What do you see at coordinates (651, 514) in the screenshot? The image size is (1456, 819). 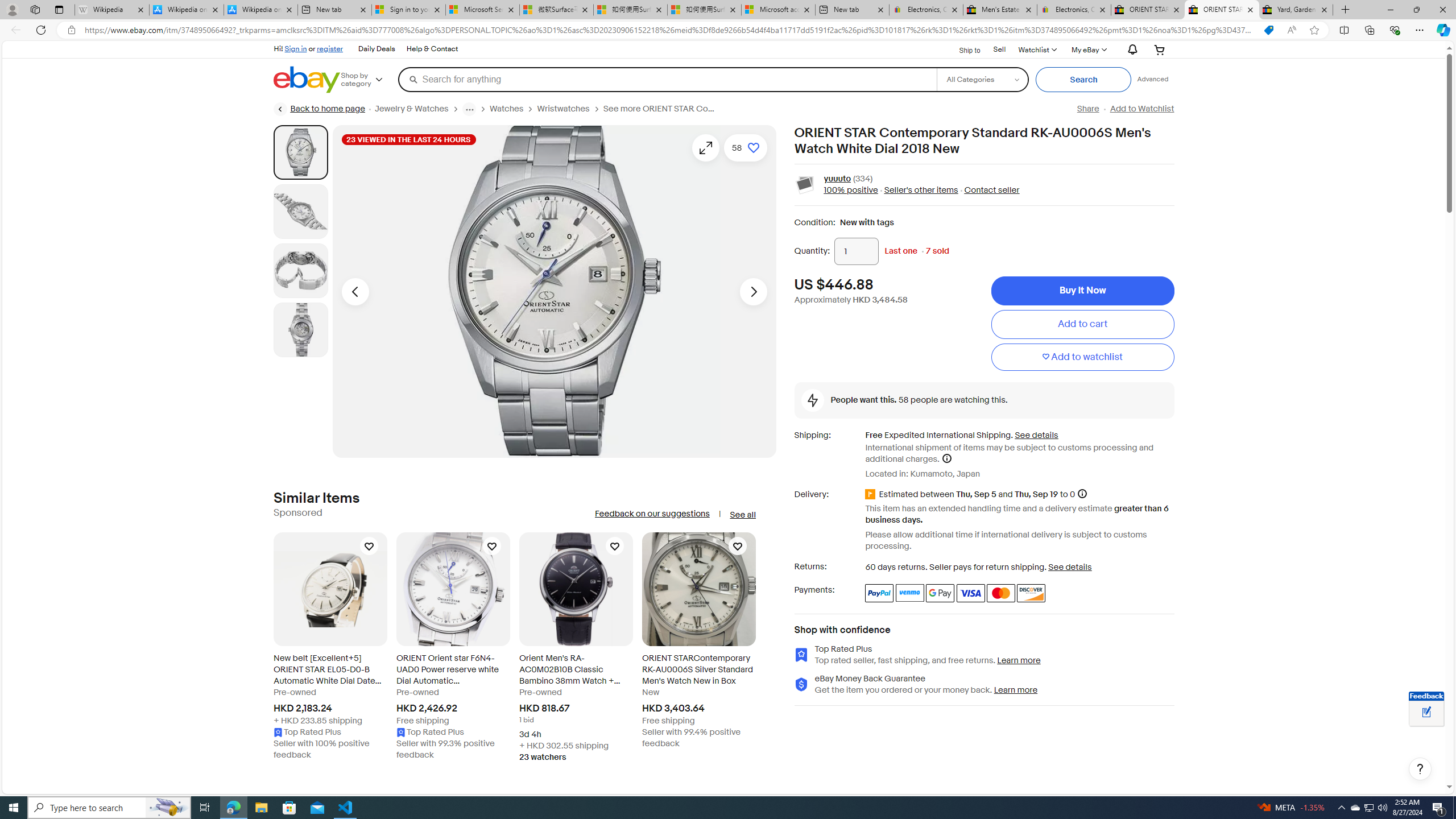 I see `'Feedback on our suggestions'` at bounding box center [651, 514].